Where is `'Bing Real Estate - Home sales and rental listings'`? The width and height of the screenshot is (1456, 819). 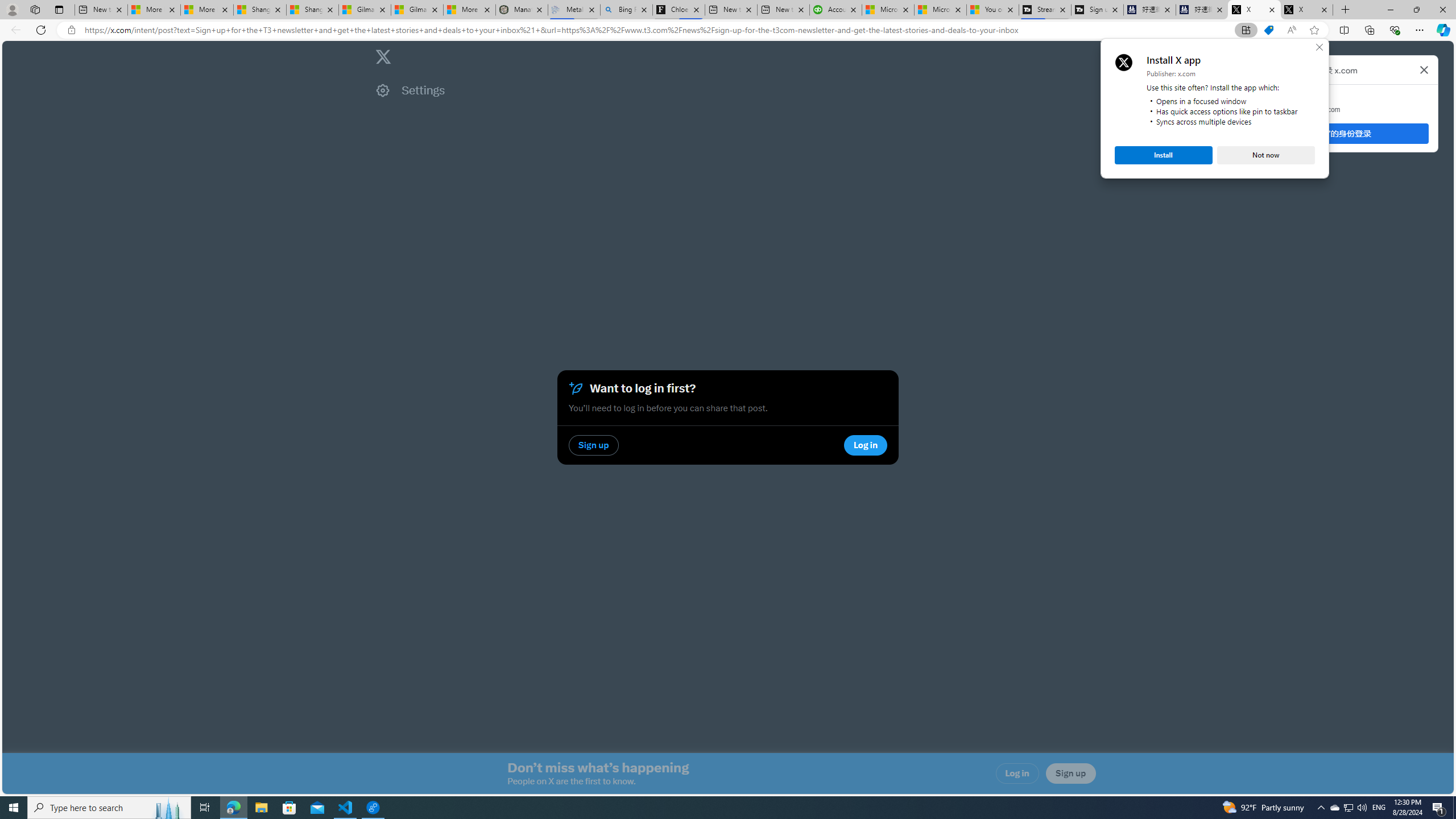 'Bing Real Estate - Home sales and rental listings' is located at coordinates (626, 9).